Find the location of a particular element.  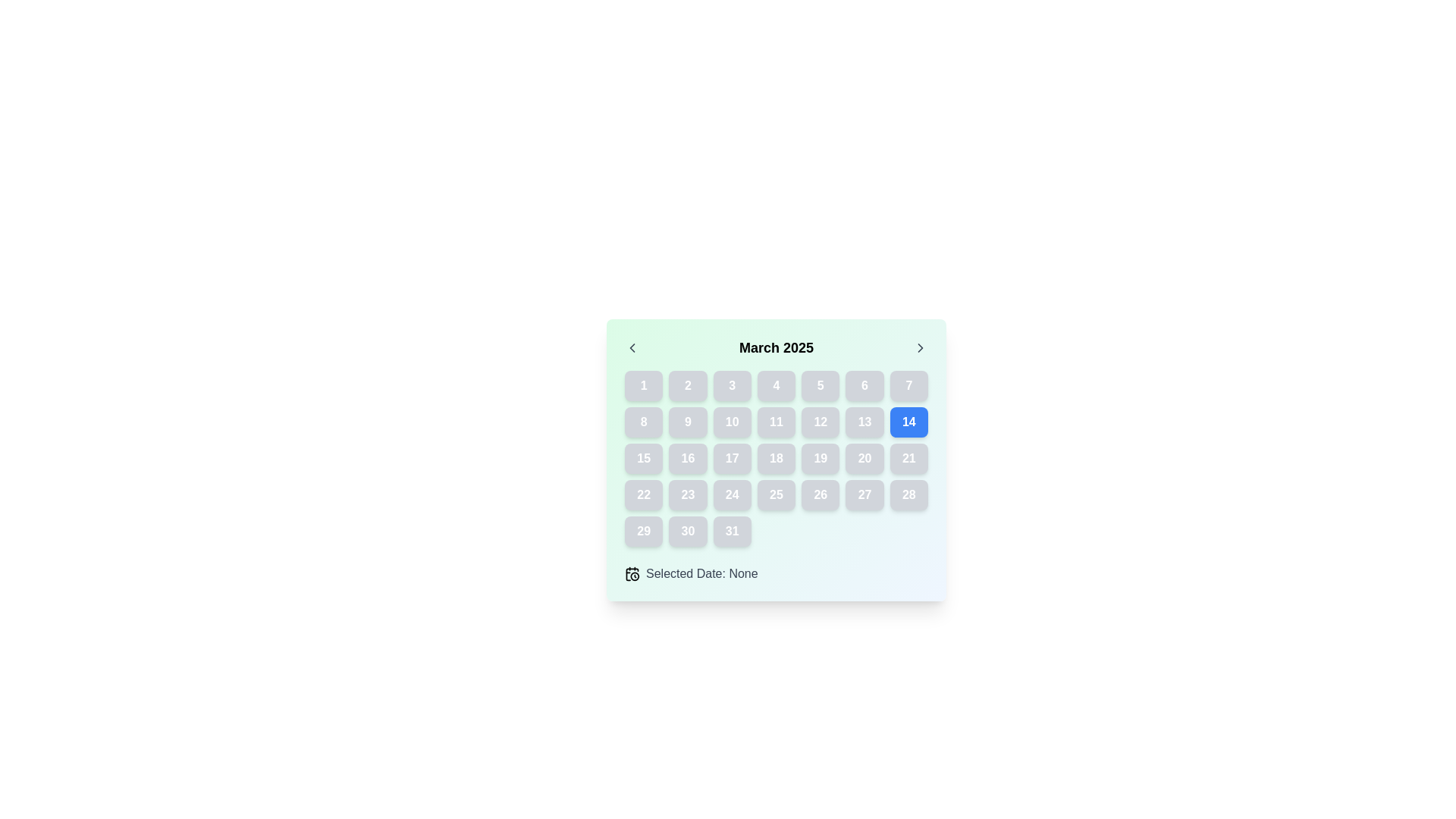

the right-facing arrow button with a dark gray color that changes shade upon hovering, located on the rightmost side of the bar containing the text 'March 2025' is located at coordinates (920, 348).